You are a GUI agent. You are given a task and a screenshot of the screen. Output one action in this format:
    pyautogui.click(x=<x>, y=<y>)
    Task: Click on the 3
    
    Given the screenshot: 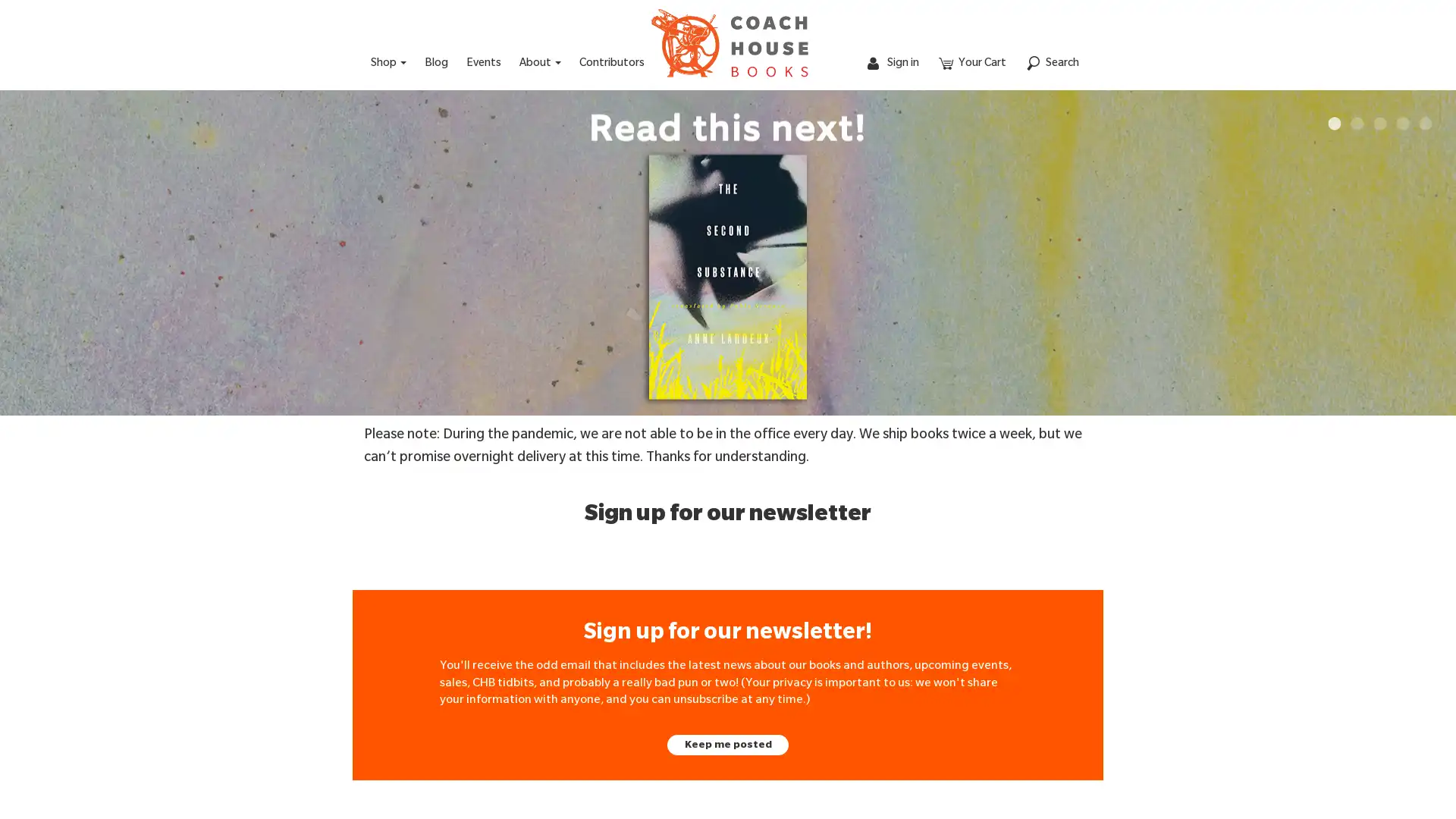 What is the action you would take?
    pyautogui.click(x=1379, y=124)
    